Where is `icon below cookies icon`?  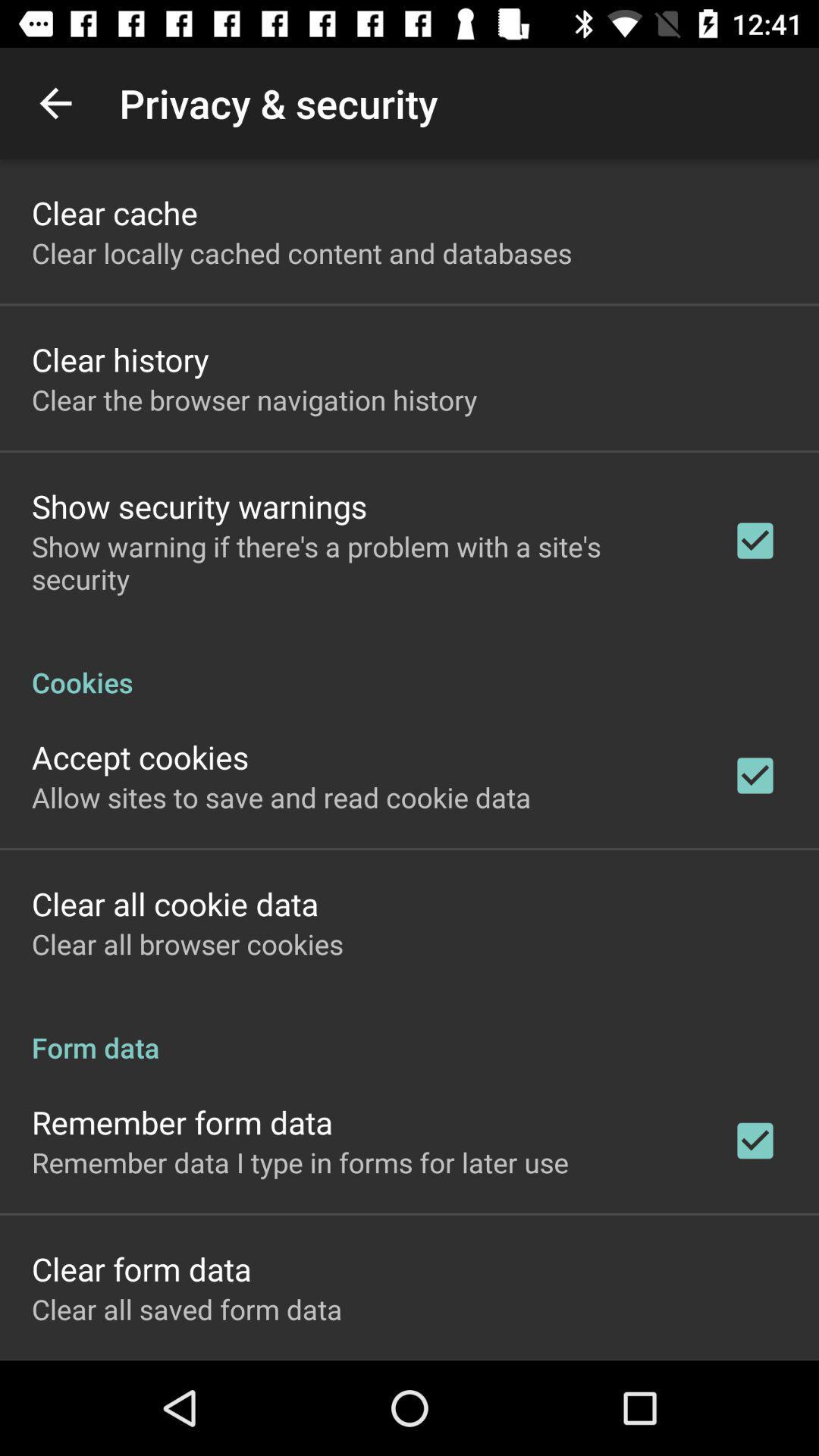 icon below cookies icon is located at coordinates (140, 757).